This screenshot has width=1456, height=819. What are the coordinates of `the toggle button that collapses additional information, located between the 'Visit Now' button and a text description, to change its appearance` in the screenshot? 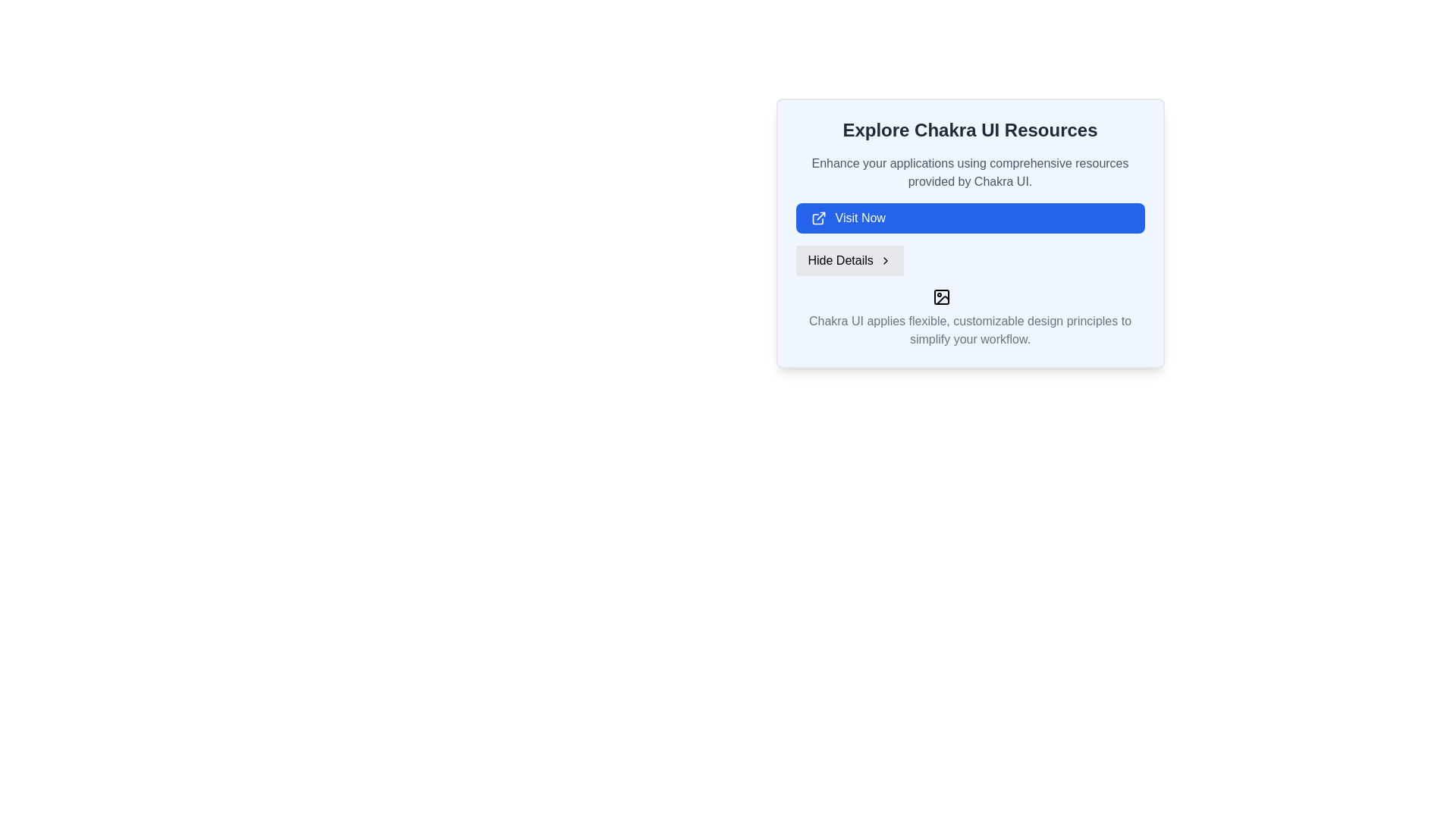 It's located at (849, 259).